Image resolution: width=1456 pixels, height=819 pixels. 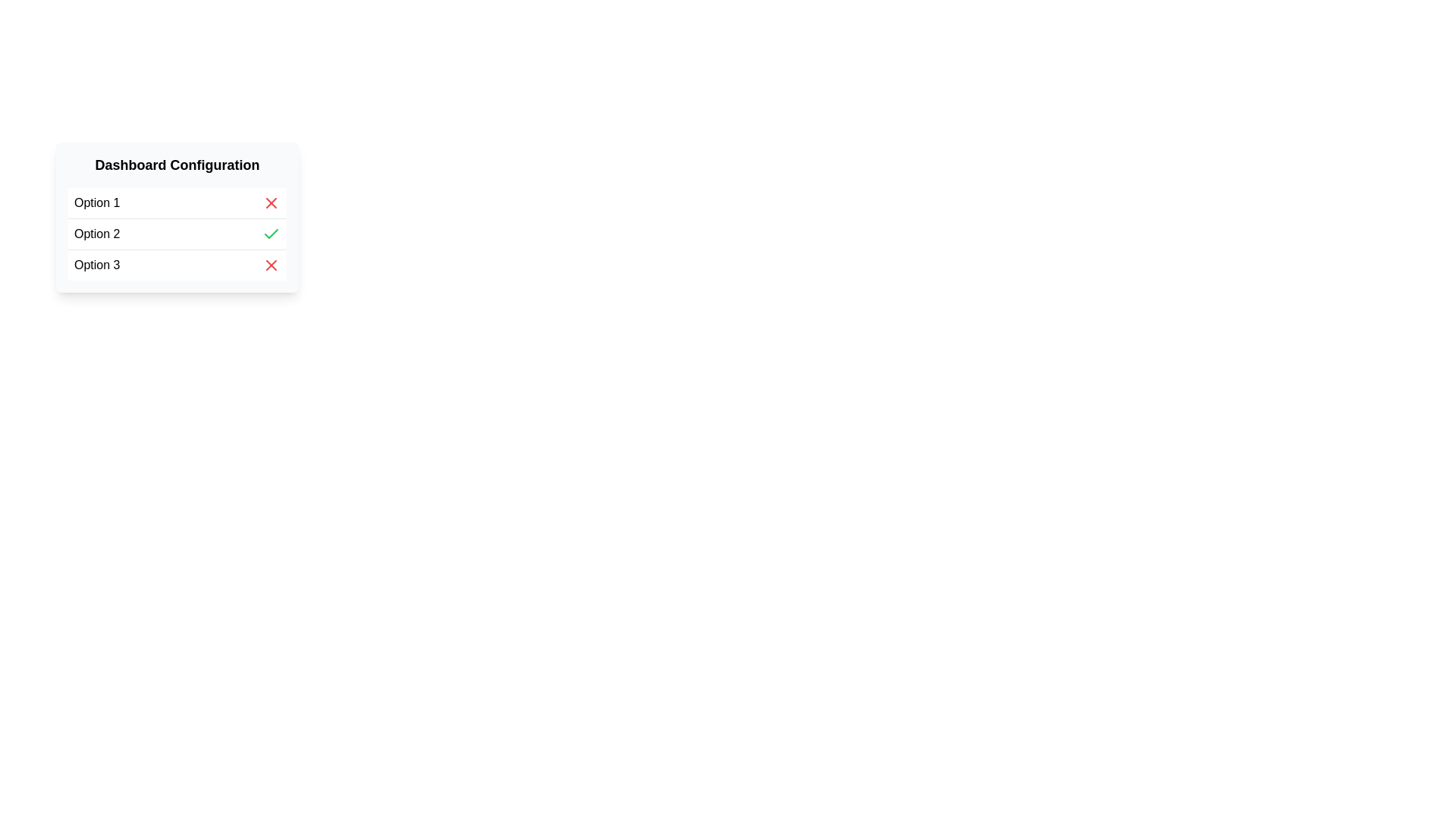 What do you see at coordinates (271, 202) in the screenshot?
I see `the red 'X' icon located in the rightmost section of the 'Option 1' item` at bounding box center [271, 202].